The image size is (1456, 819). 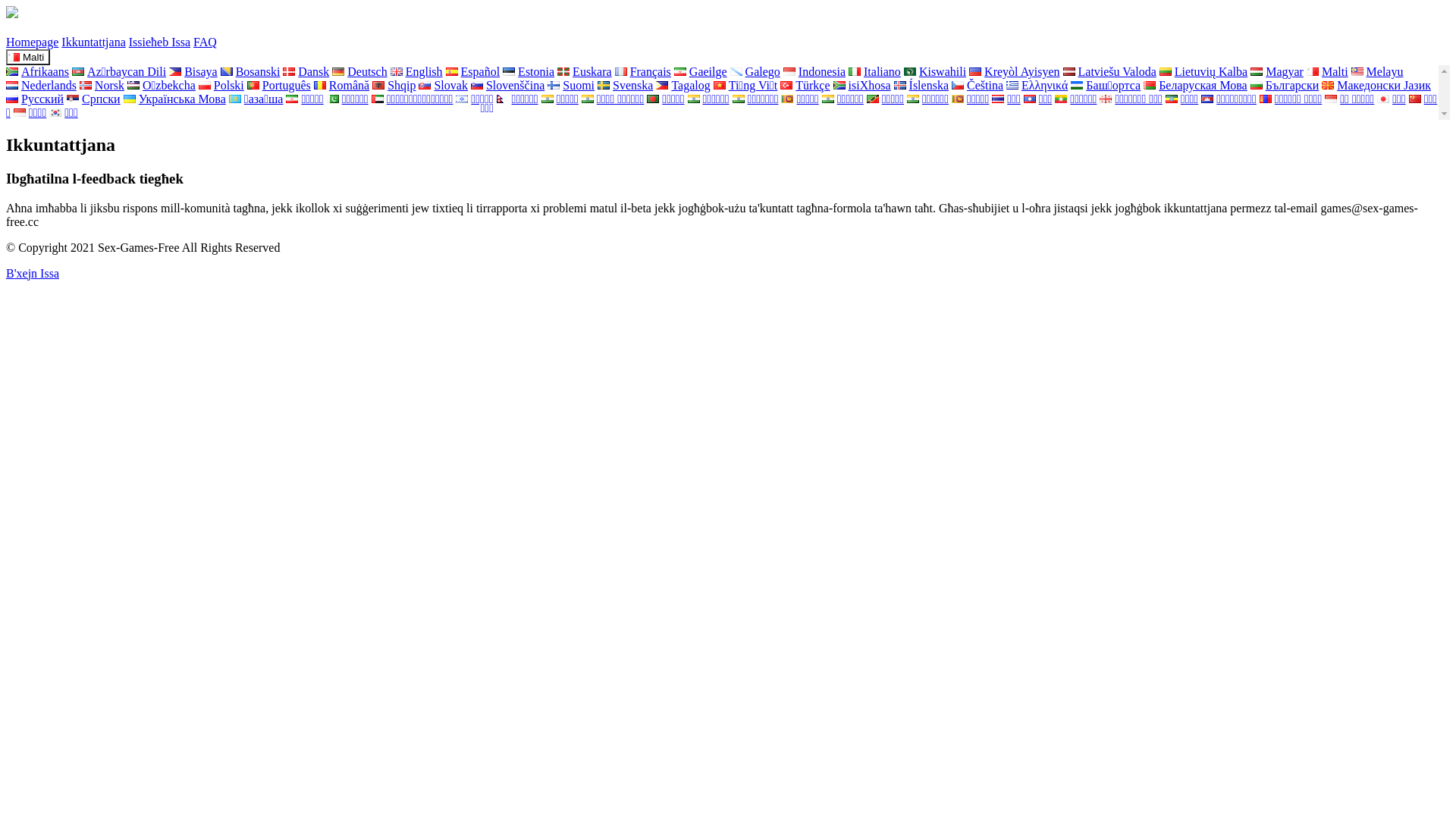 I want to click on 'Nederlands', so click(x=41, y=85).